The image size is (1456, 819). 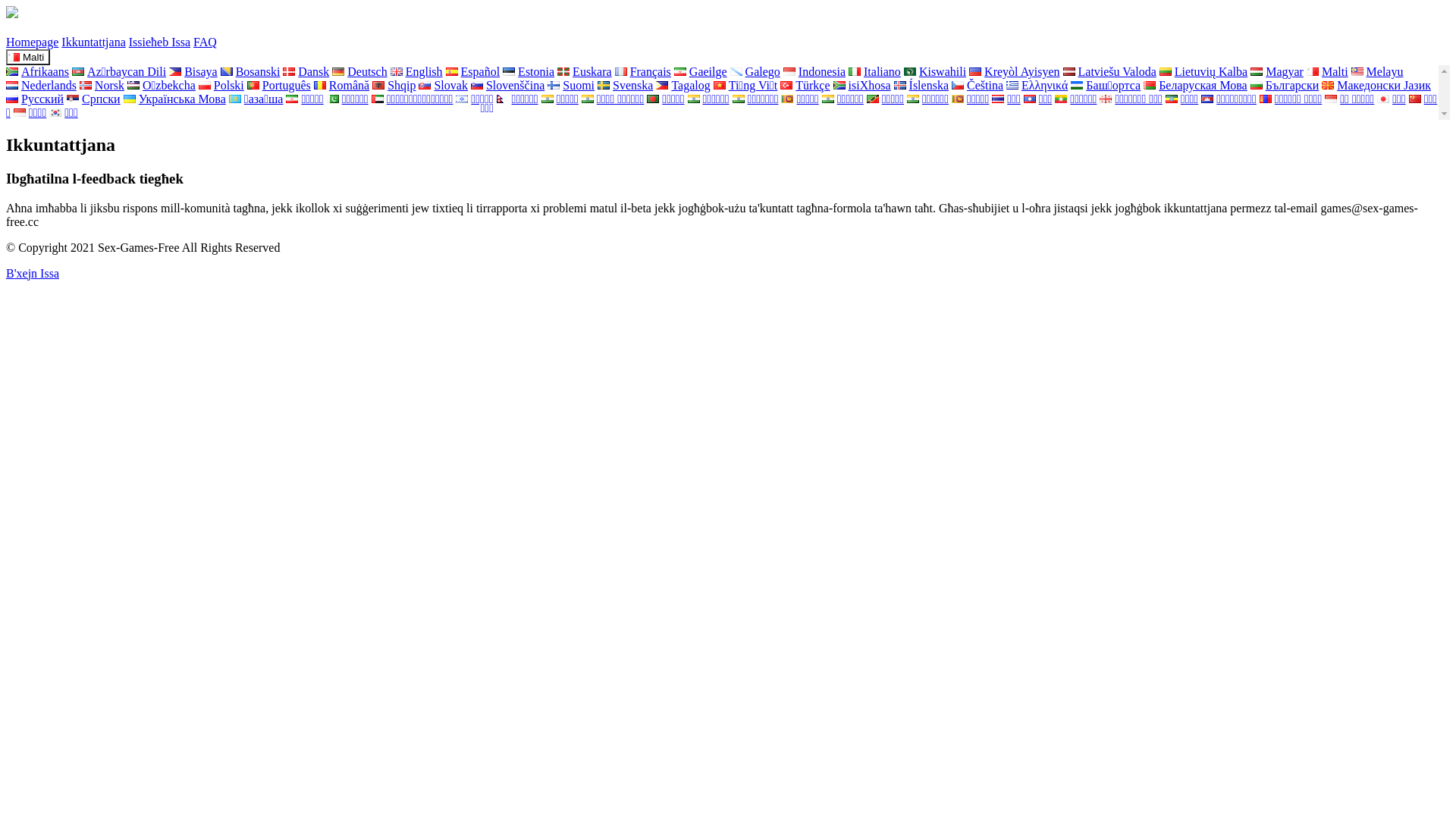 I want to click on 'Nederlands', so click(x=41, y=85).